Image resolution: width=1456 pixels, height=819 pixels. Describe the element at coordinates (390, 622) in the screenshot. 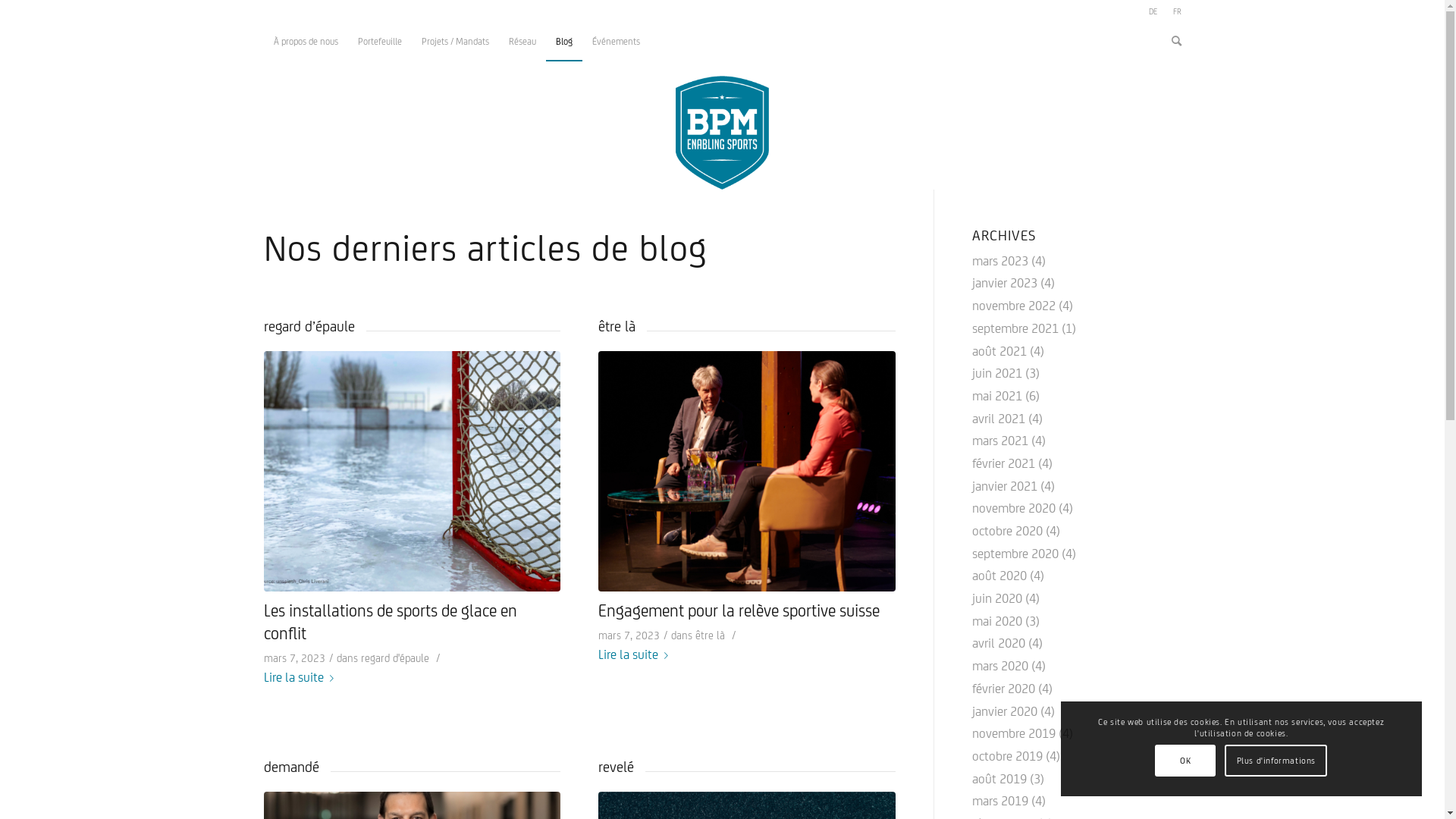

I see `'Les installations de sports de glace en conflit'` at that location.